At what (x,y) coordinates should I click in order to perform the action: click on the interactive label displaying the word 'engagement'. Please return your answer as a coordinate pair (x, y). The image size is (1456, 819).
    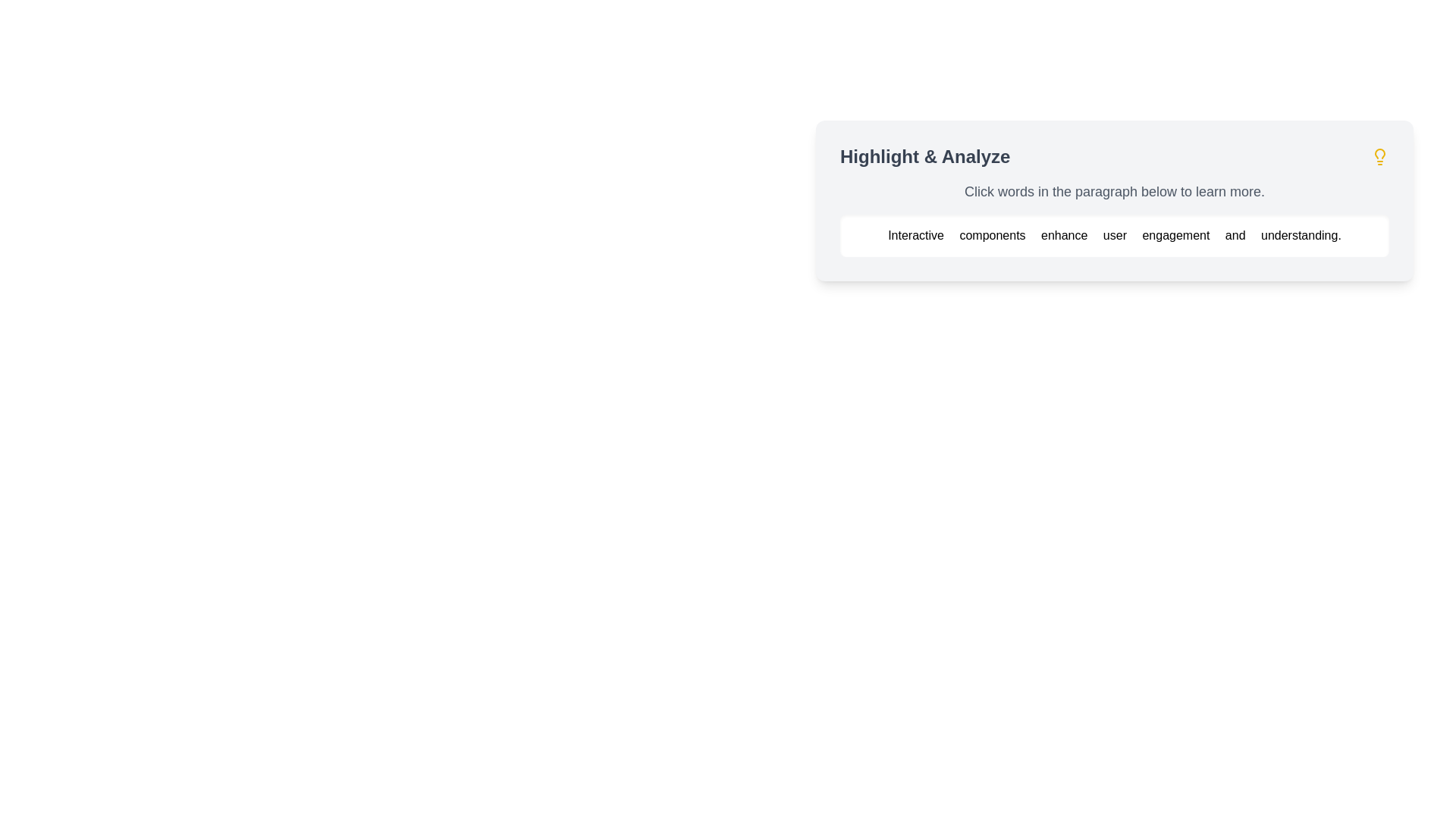
    Looking at the image, I should click on (1177, 235).